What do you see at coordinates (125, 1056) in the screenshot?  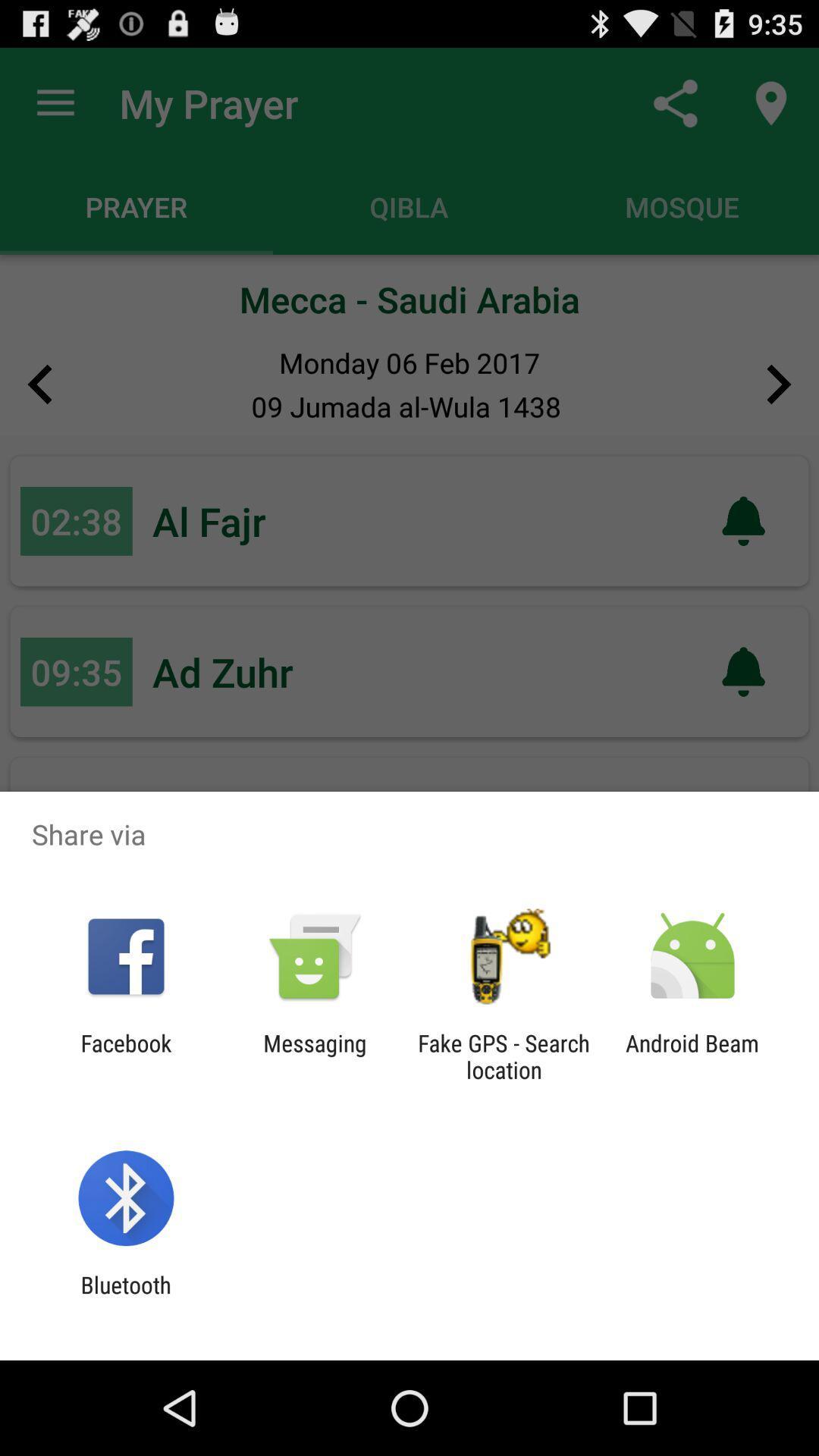 I see `the app to the left of messaging icon` at bounding box center [125, 1056].